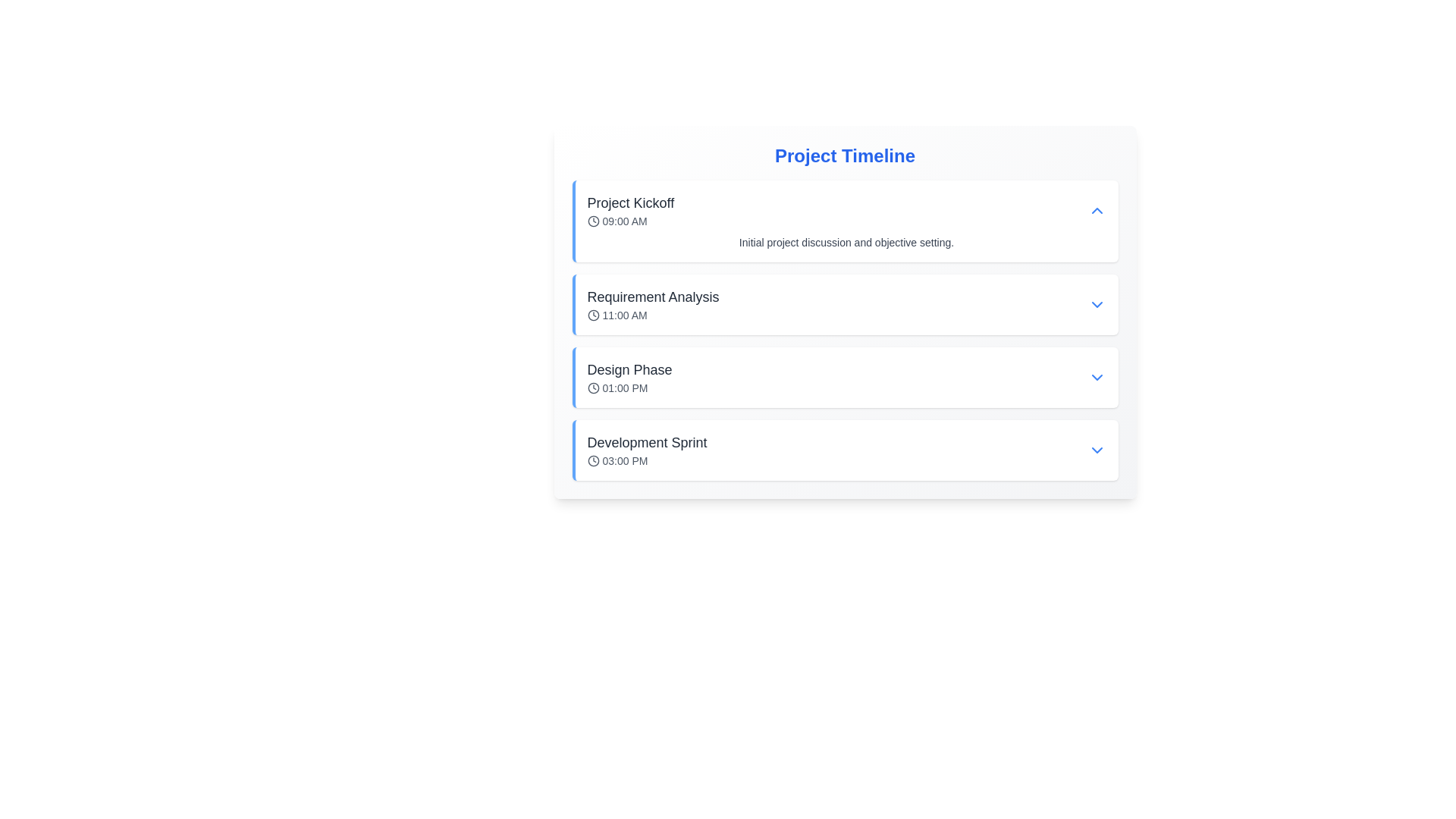 The height and width of the screenshot is (819, 1456). Describe the element at coordinates (592, 221) in the screenshot. I see `the decorative icon located next to the '09:00 AM' time indicator in the 'Project Kickoff' timeline` at that location.